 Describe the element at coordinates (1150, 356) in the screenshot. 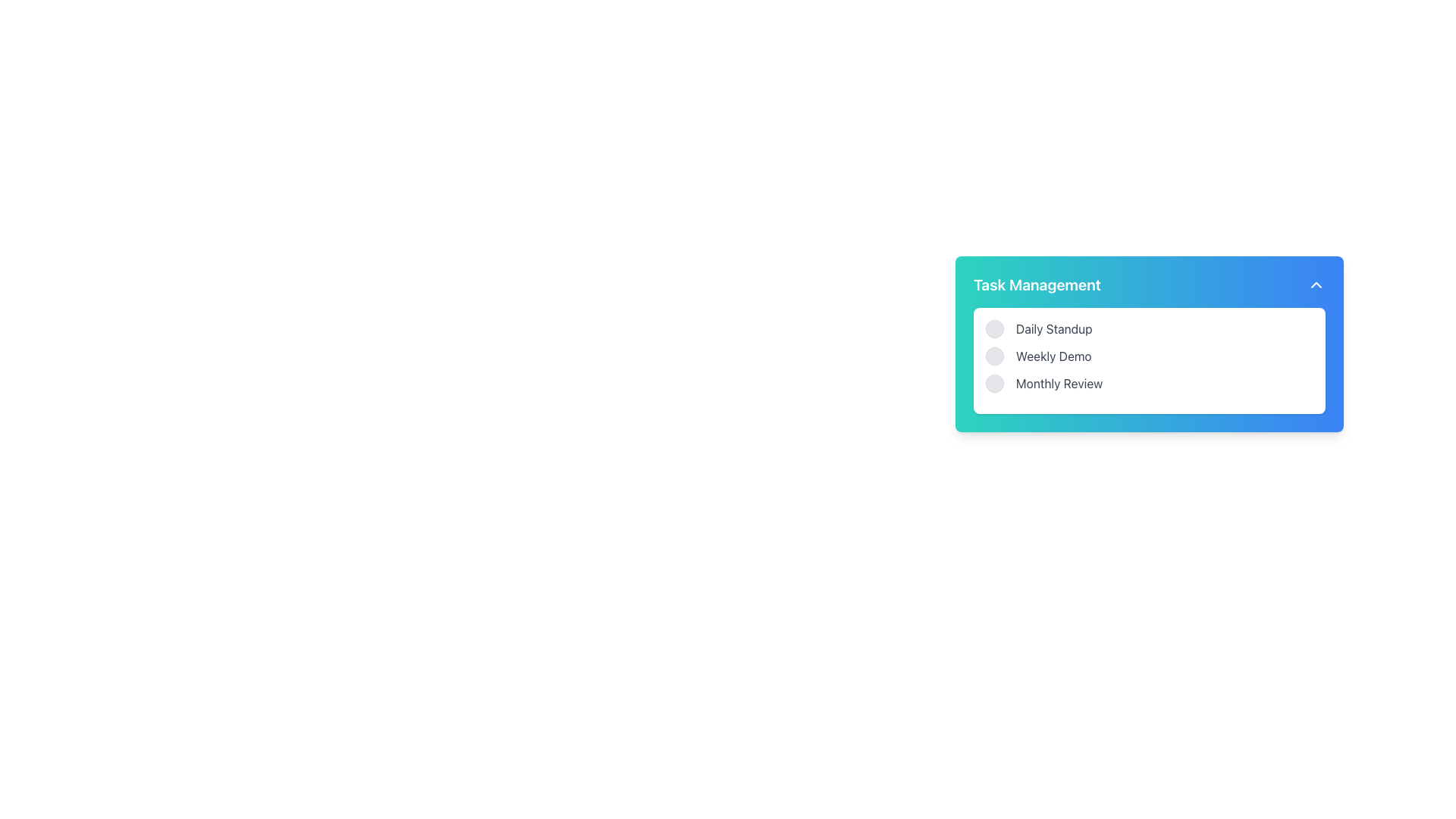

I see `the checkbox in the 'Weekly Demo' row` at that location.